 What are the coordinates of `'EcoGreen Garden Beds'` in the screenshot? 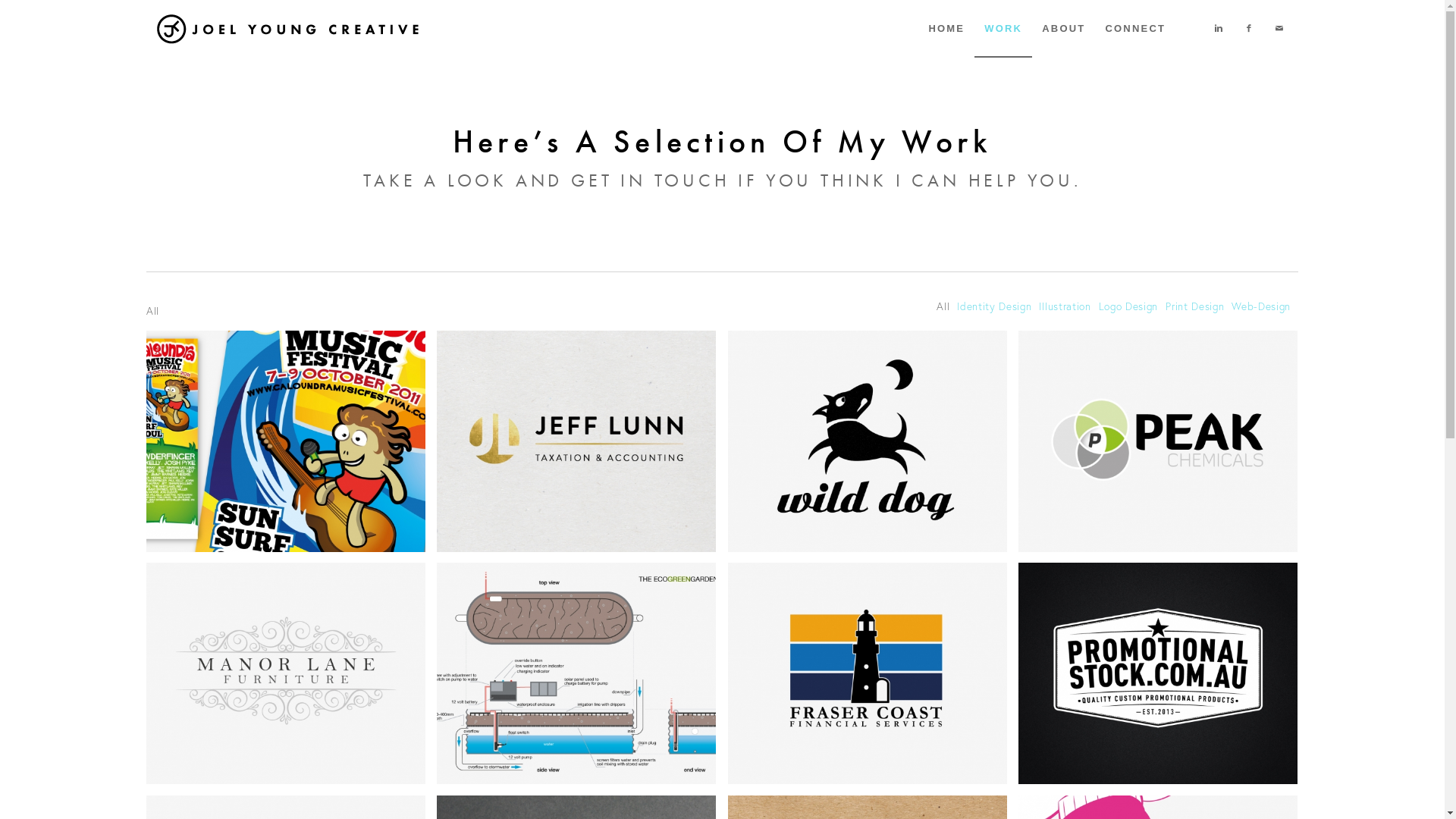 It's located at (436, 678).